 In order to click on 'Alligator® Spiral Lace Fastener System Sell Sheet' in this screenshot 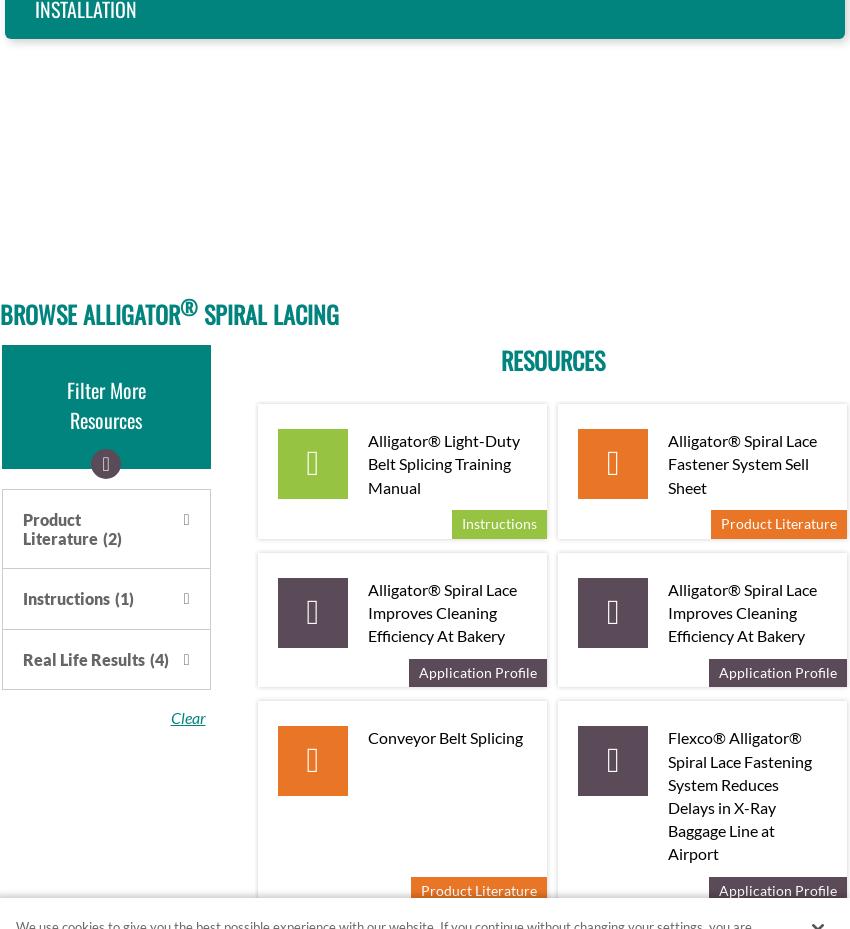, I will do `click(742, 462)`.